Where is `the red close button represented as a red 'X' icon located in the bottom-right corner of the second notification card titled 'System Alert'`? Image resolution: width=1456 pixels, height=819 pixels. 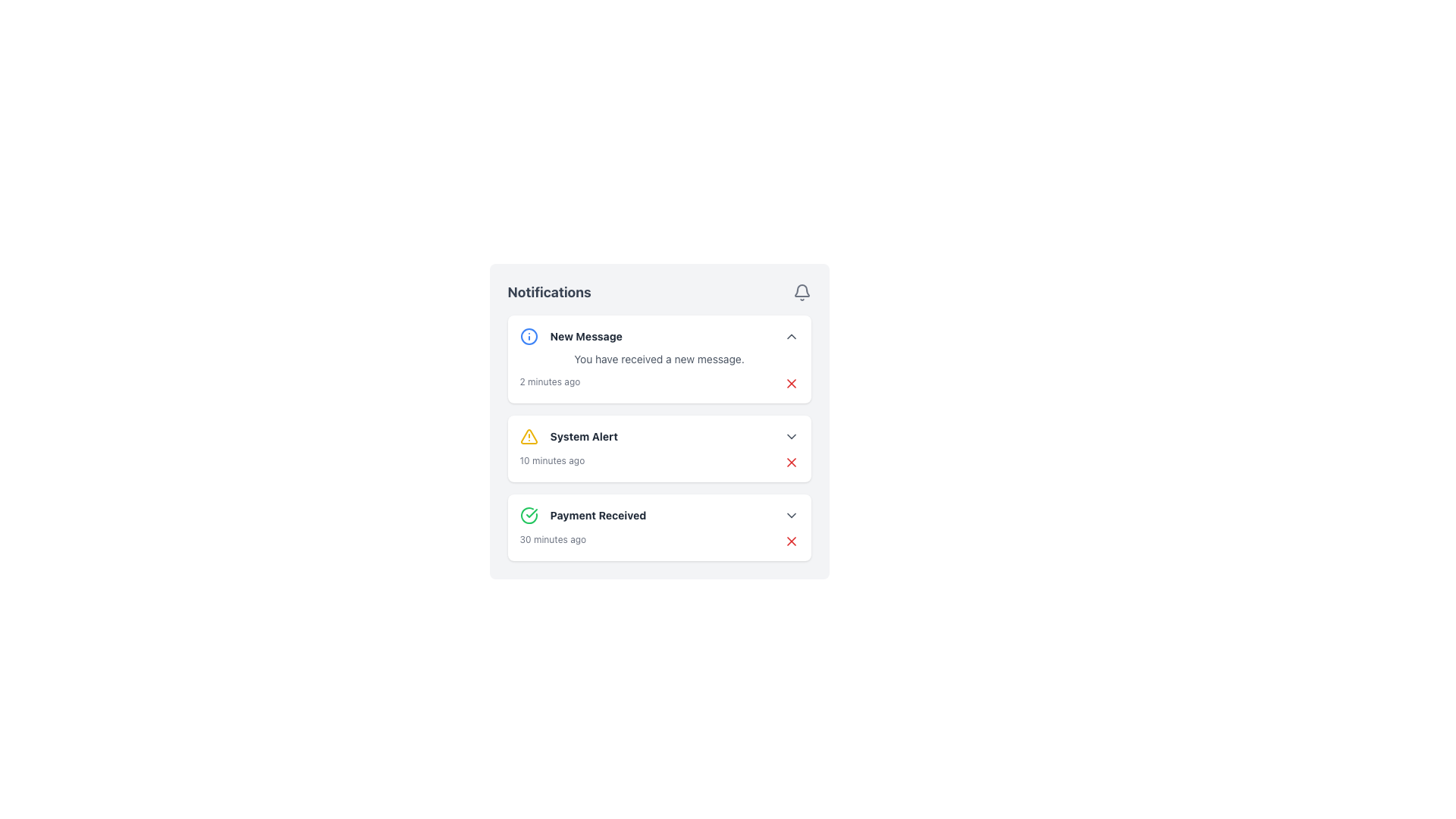 the red close button represented as a red 'X' icon located in the bottom-right corner of the second notification card titled 'System Alert' is located at coordinates (790, 461).